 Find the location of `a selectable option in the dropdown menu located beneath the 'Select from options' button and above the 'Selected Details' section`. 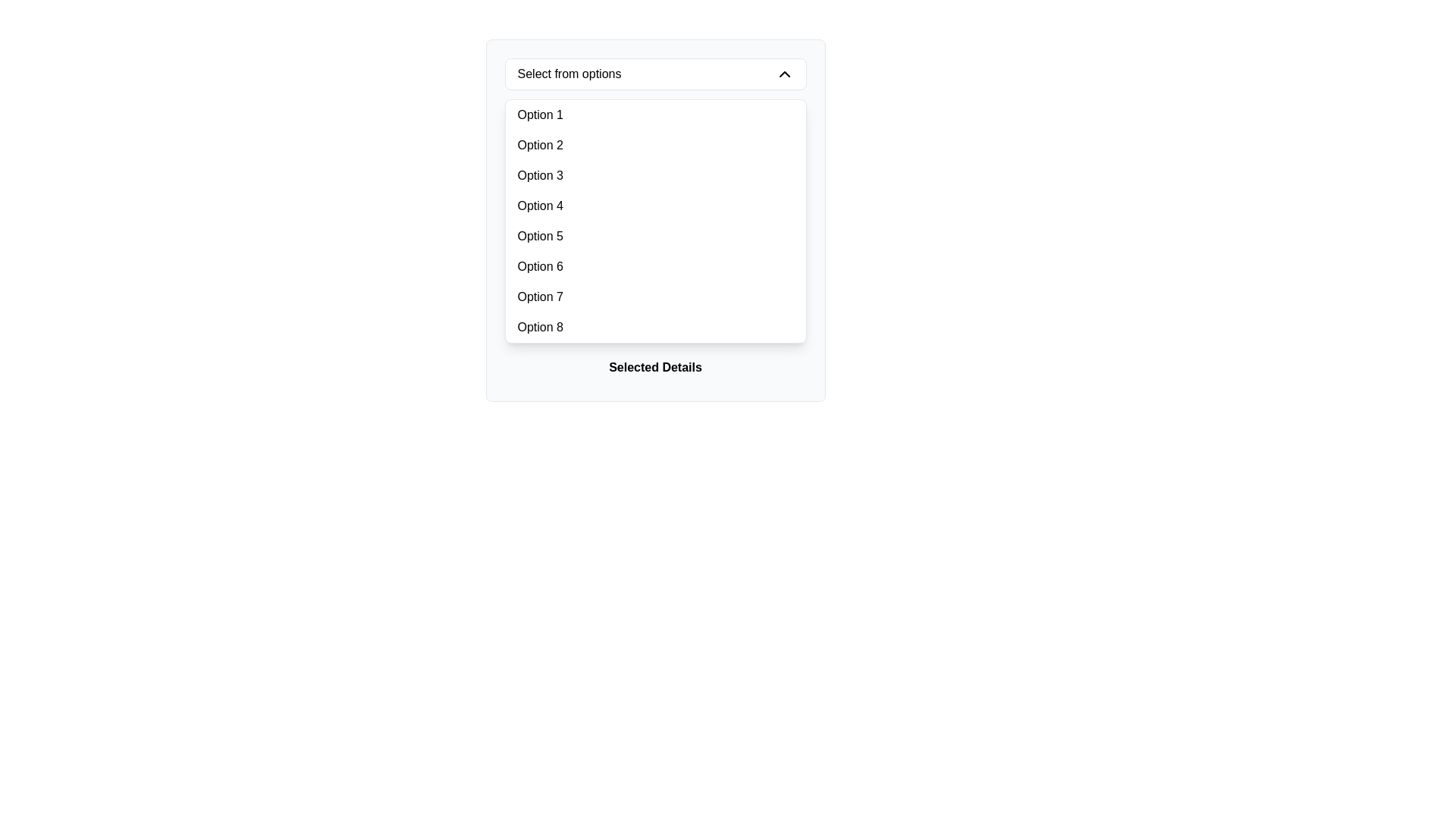

a selectable option in the dropdown menu located beneath the 'Select from options' button and above the 'Selected Details' section is located at coordinates (655, 221).